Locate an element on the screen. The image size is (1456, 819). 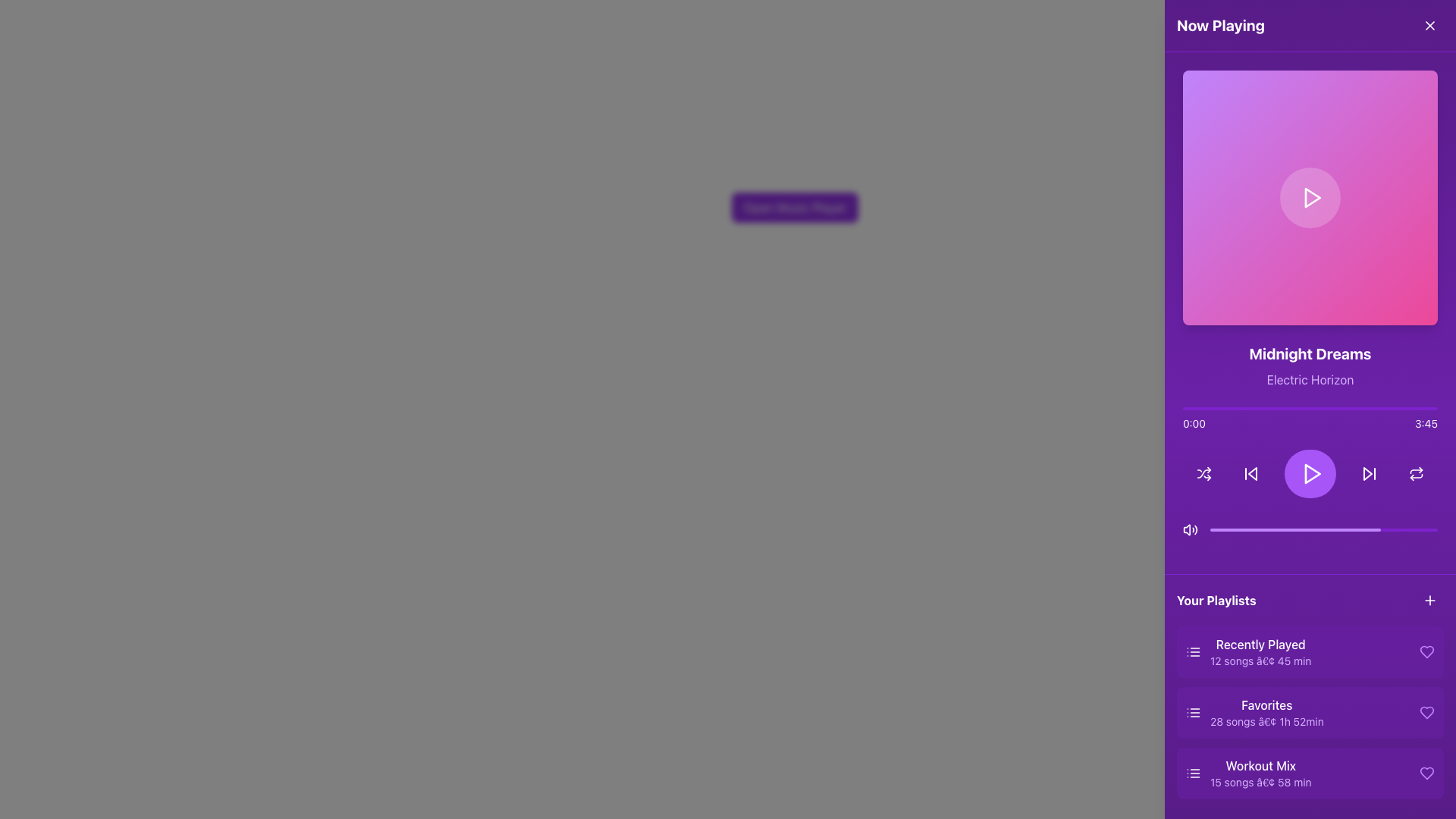
the circular skip-forward button with a purple background and white outlined icon in the music playback control interface is located at coordinates (1369, 472).